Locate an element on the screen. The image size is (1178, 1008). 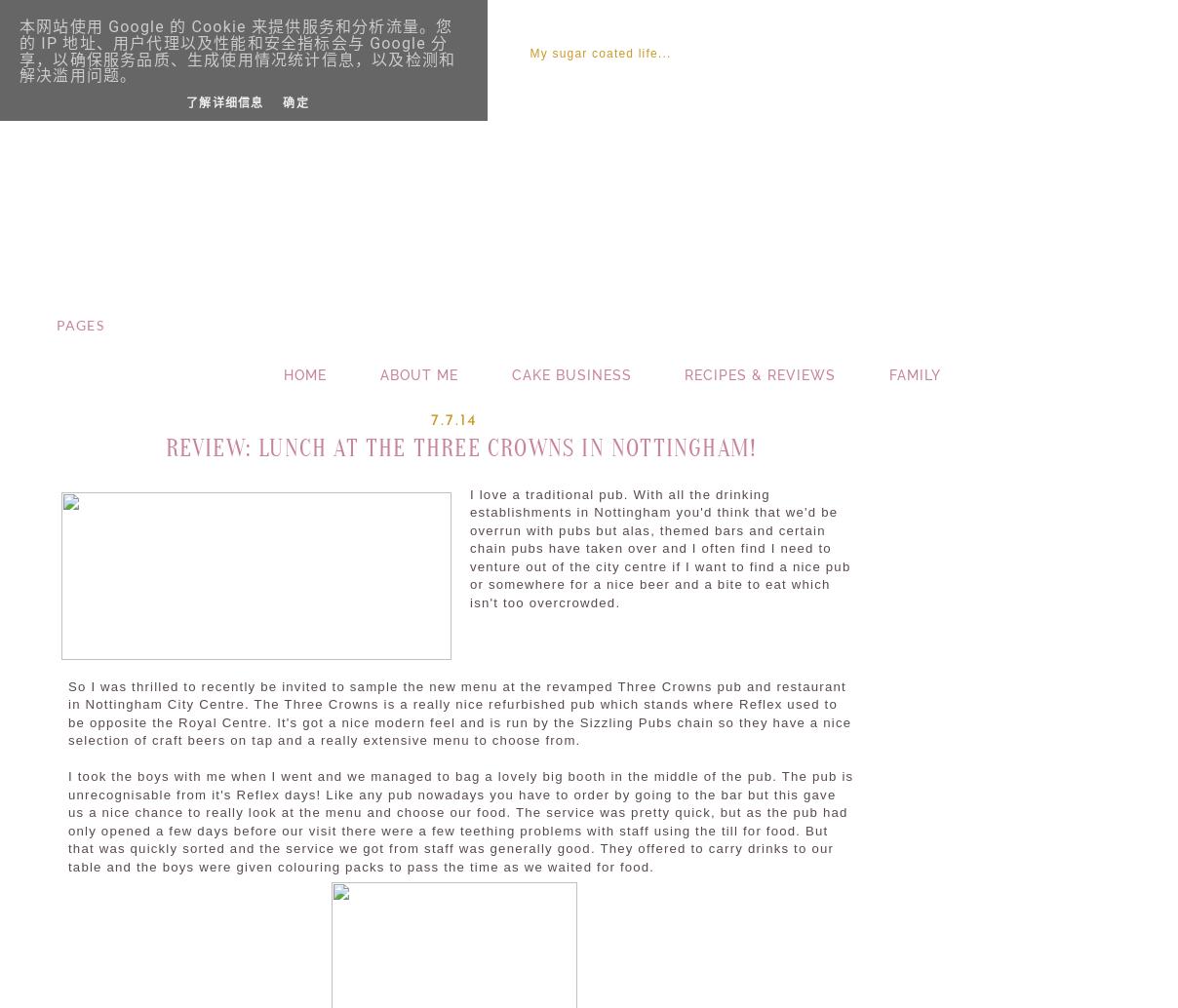
'I took the boys with me when I went and we managed to bag a lovely big booth in the middle of the pub. The pub is unrecognisable from it's Reflex days! Like any pub nowadays you have to order by going to the bar but this gave us a nice chance to really look at the menu and choose our food. The service was pretty quick, but as the pub had only opened a few days before our visit there were a few teething problems with staff using the till for food. But that was quickly sorted and the service we got from staff was generally good. They offered to carry drinks to our table and the boys were given colouring packs to pass the time as we waited for food.' is located at coordinates (460, 820).